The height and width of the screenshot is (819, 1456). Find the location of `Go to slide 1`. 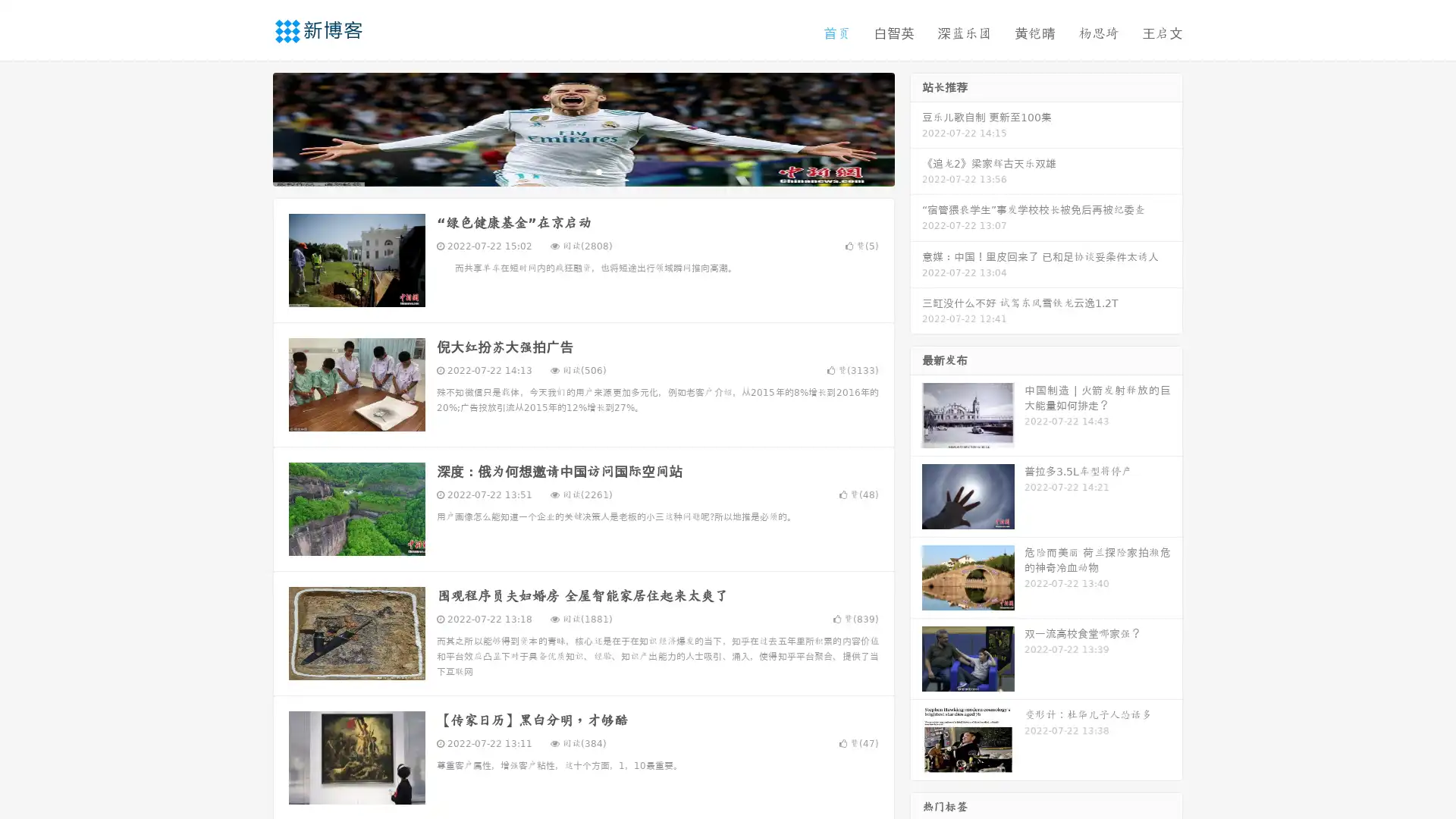

Go to slide 1 is located at coordinates (567, 171).